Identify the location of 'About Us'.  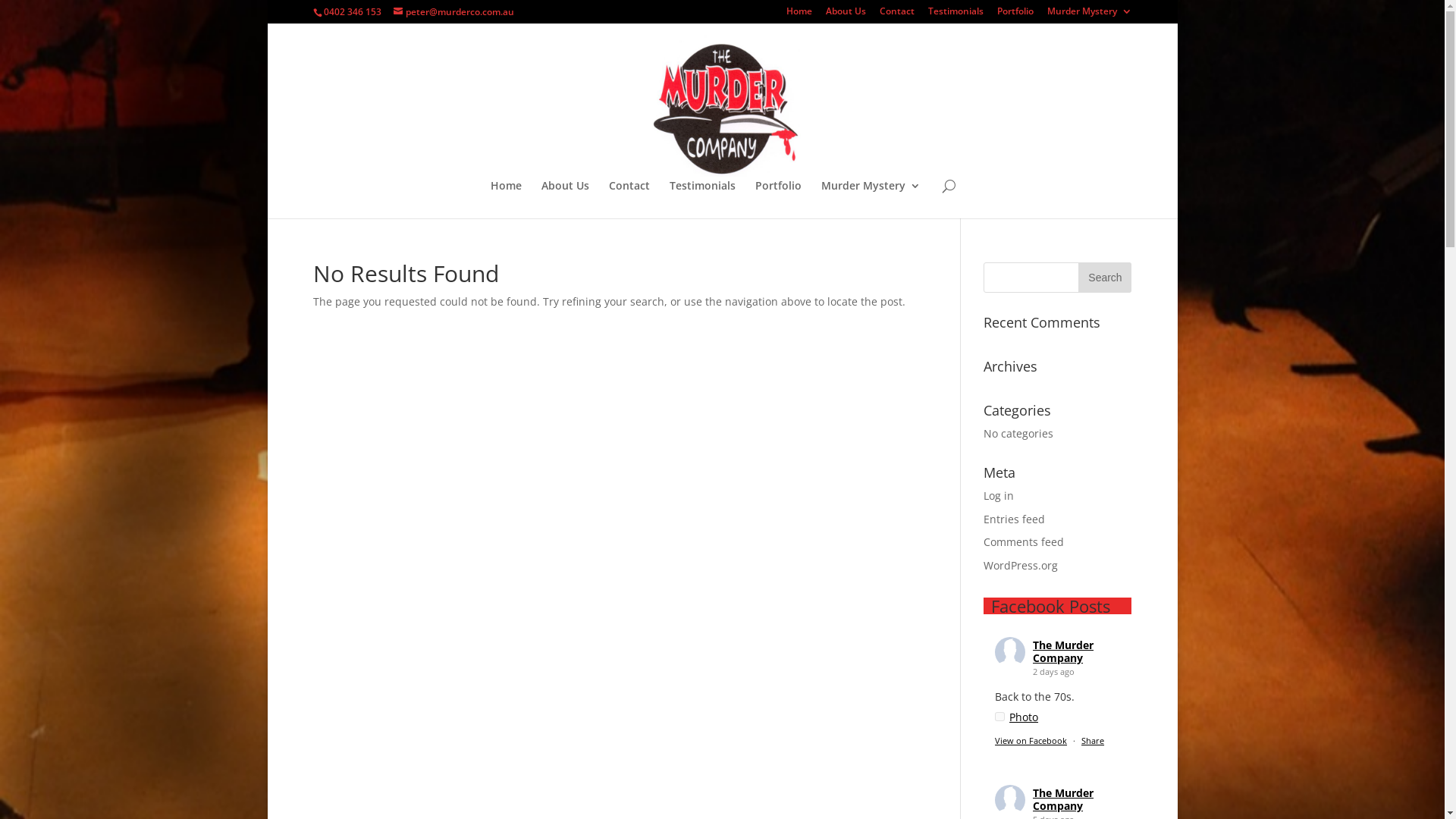
(844, 14).